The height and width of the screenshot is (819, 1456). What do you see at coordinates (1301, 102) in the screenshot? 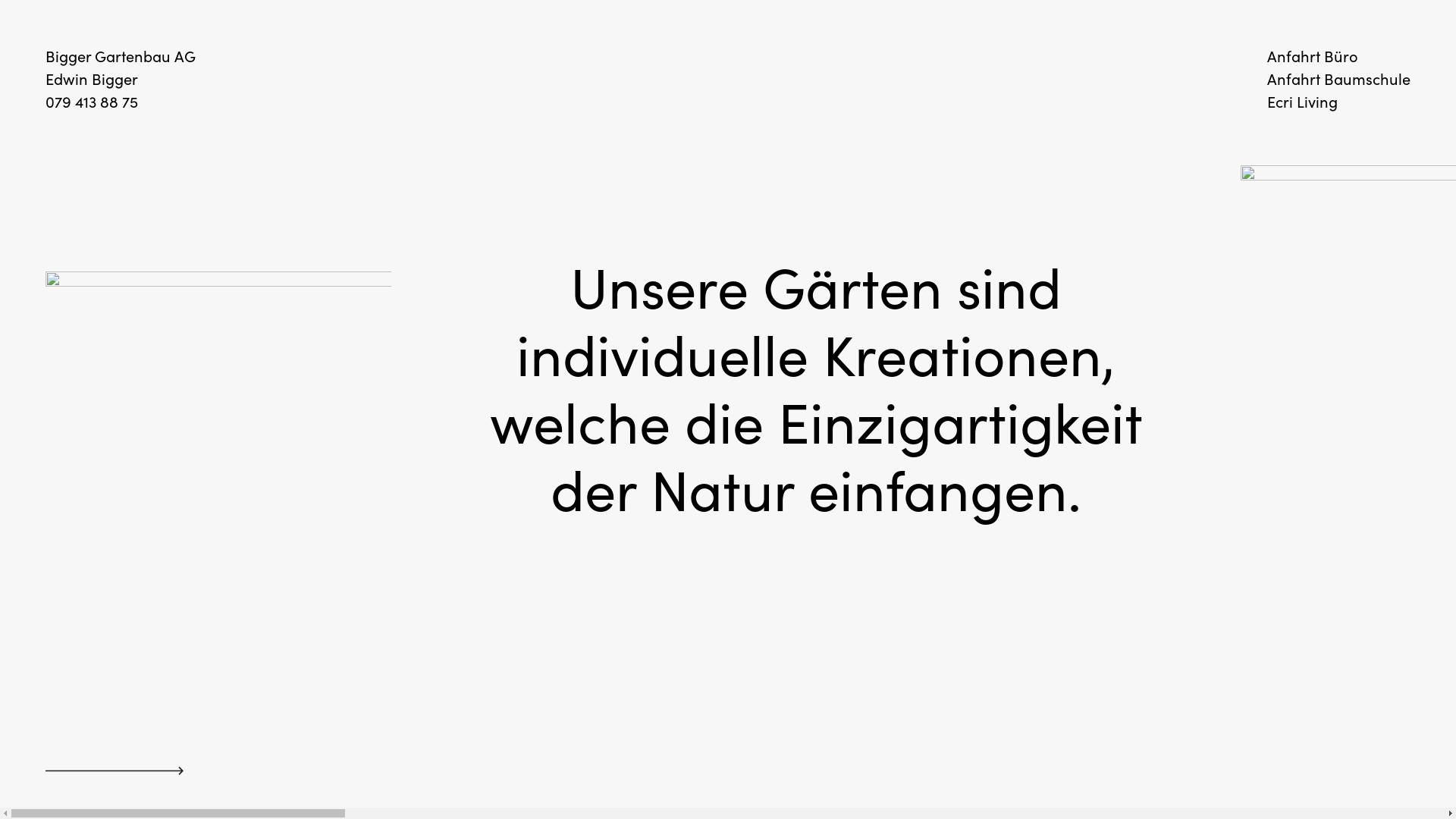
I see `'Ecri Living'` at bounding box center [1301, 102].